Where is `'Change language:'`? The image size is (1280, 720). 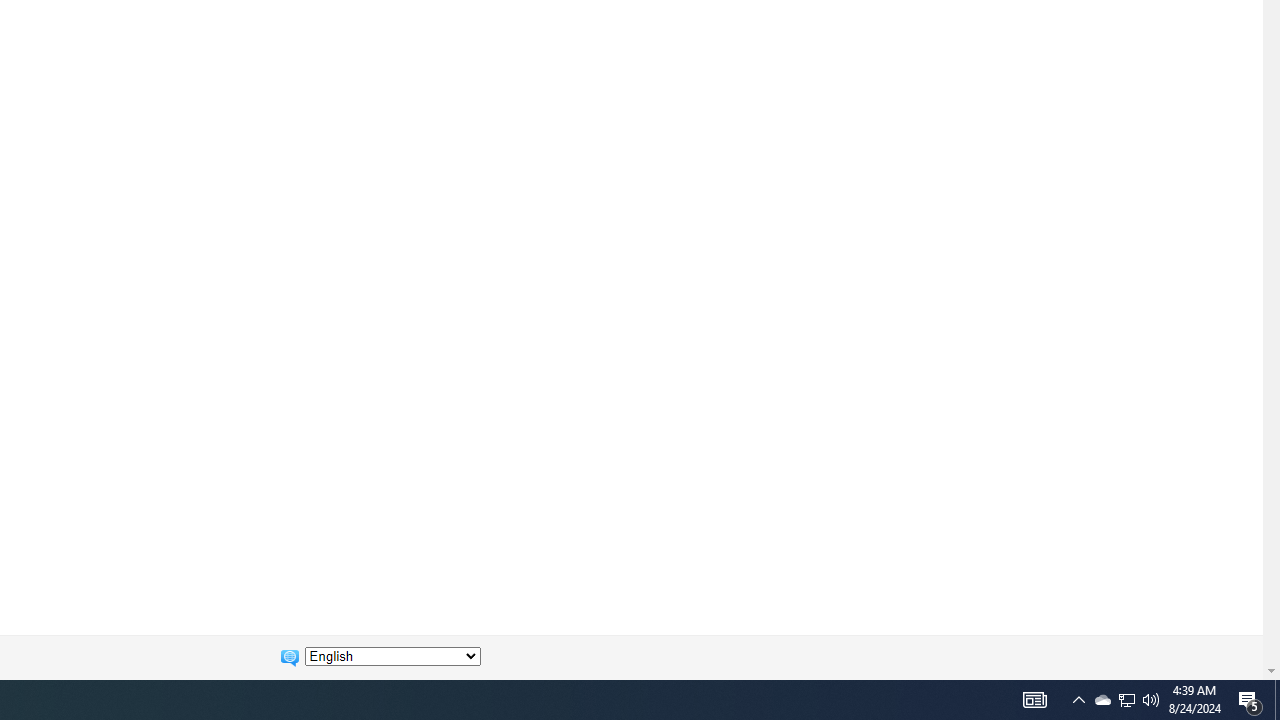
'Change language:' is located at coordinates (392, 656).